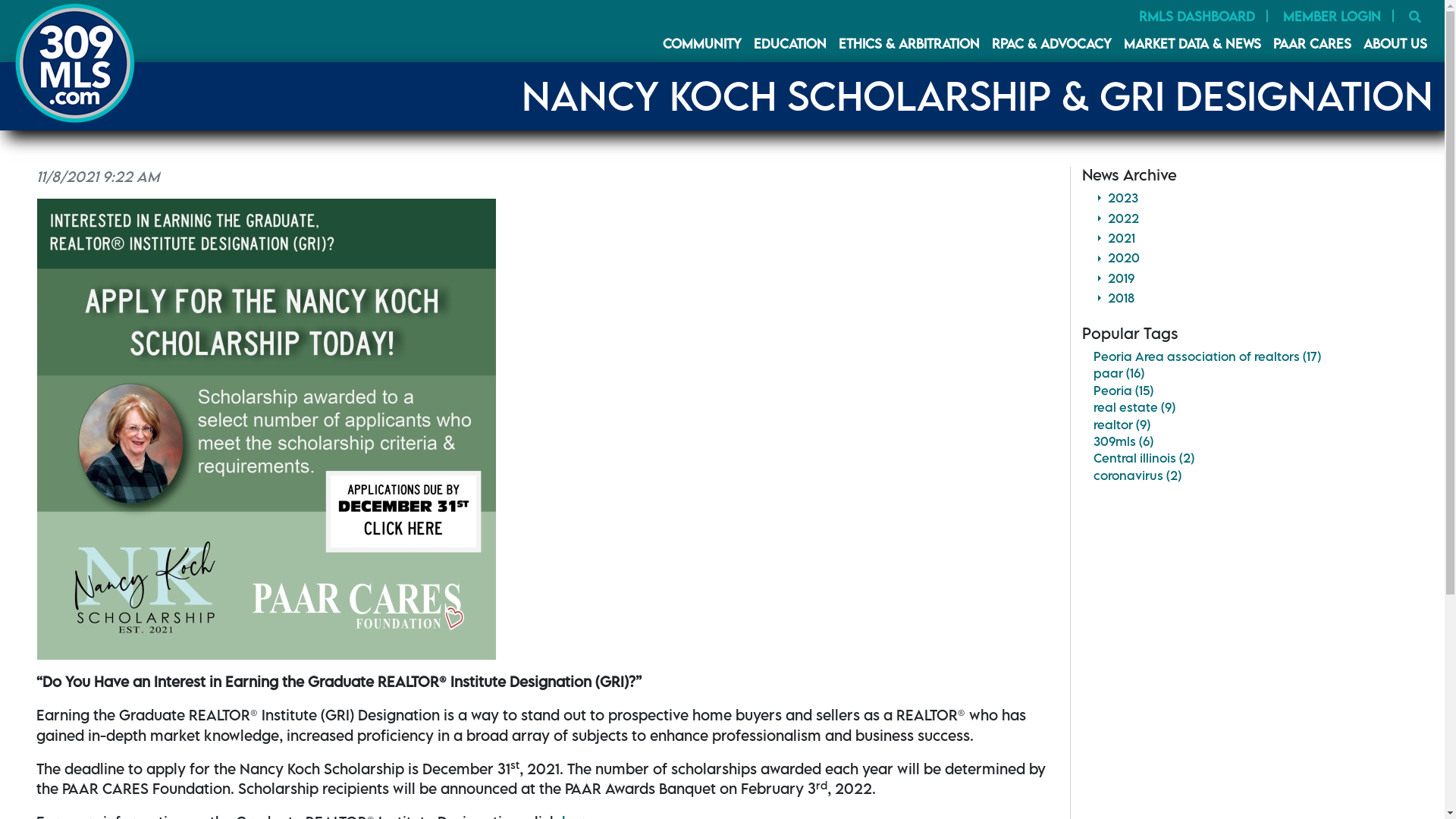  Describe the element at coordinates (909, 42) in the screenshot. I see `'ETHICS & ARBITRATION'` at that location.